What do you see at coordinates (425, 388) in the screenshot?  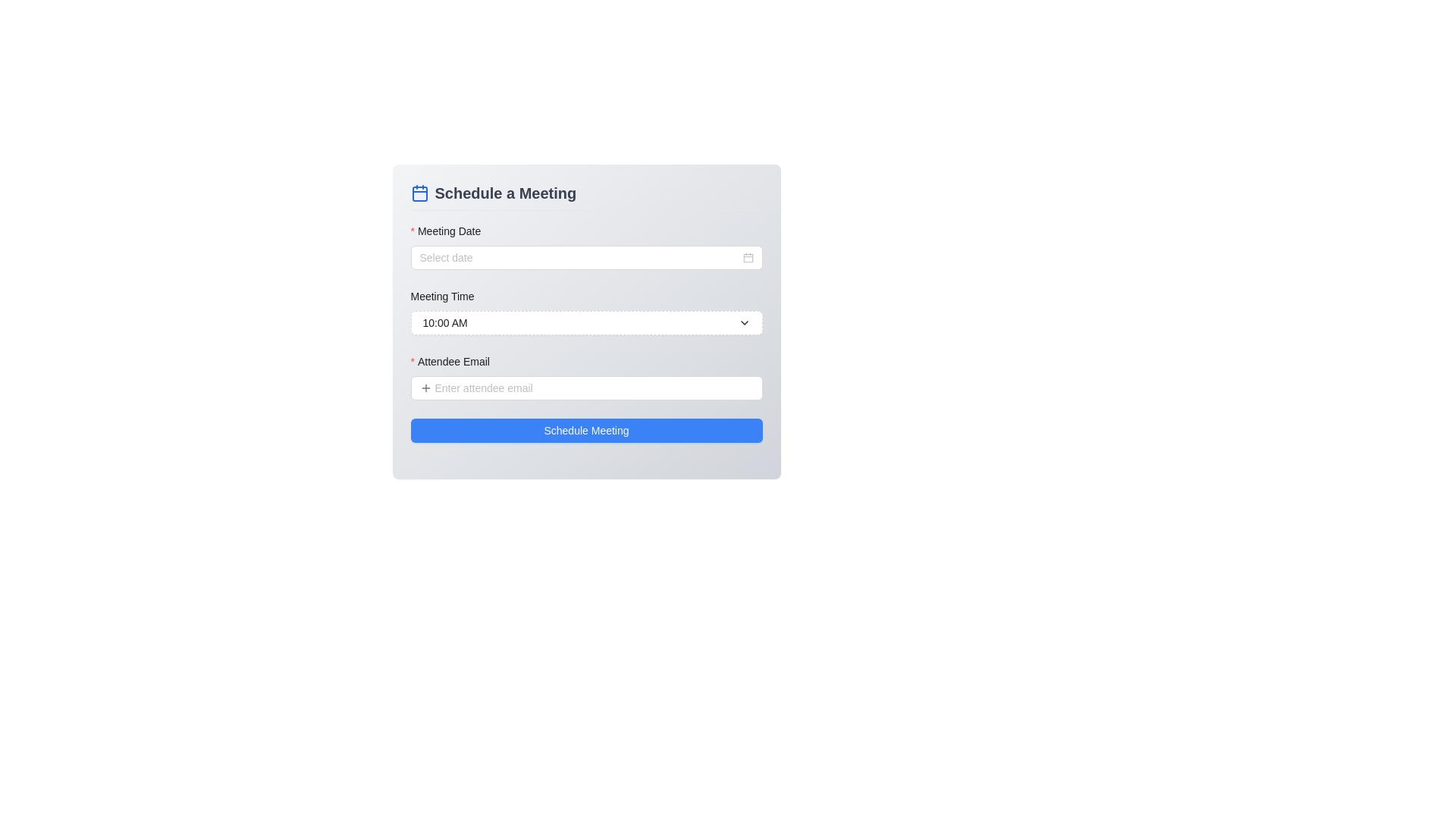 I see `the gray plus icon located inside the 'Attendee Email' input field, which is positioned to the left of the 'Enter attendee email' placeholder text` at bounding box center [425, 388].